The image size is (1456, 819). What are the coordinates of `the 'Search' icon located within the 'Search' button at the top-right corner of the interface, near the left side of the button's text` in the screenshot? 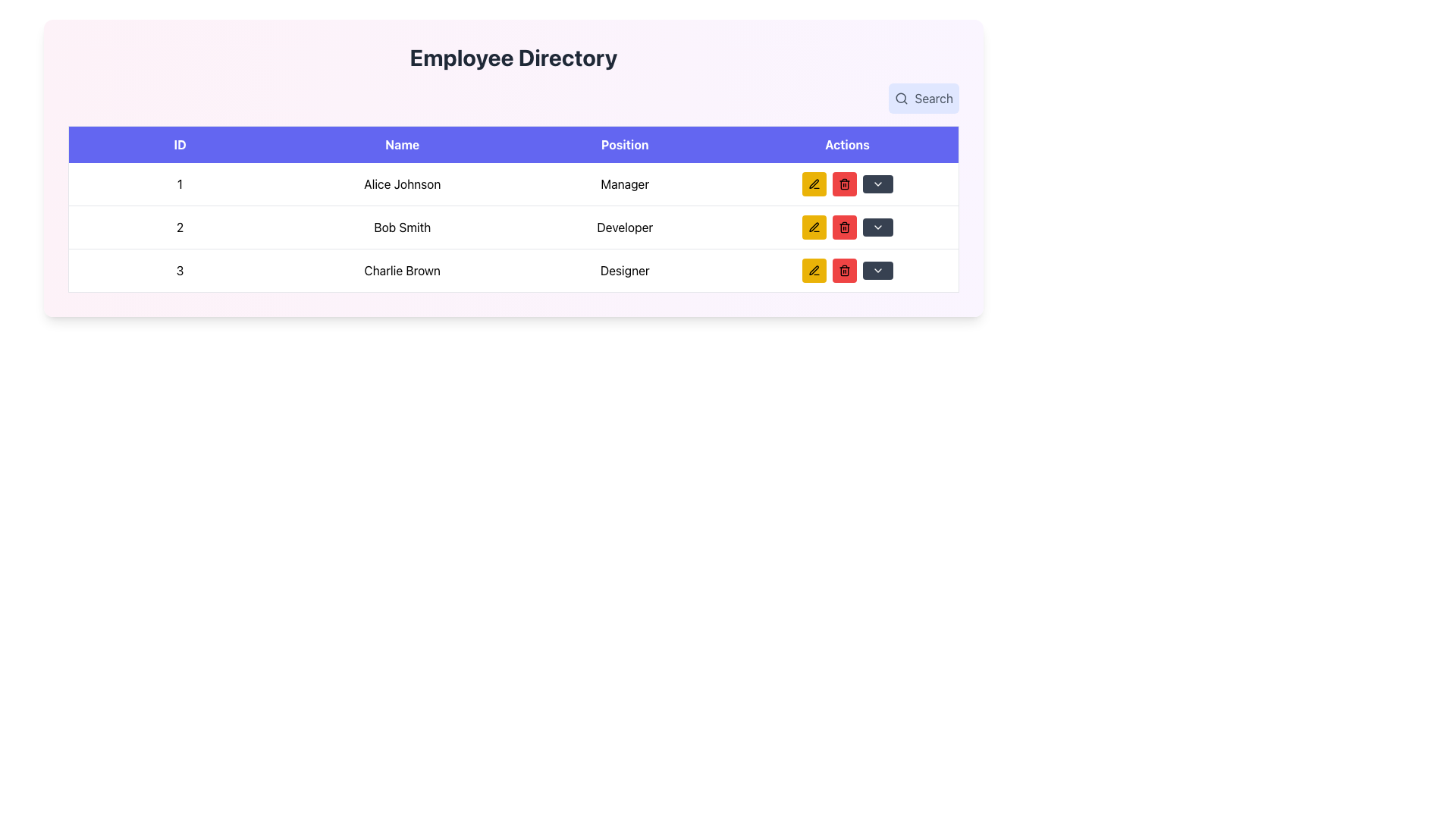 It's located at (902, 99).